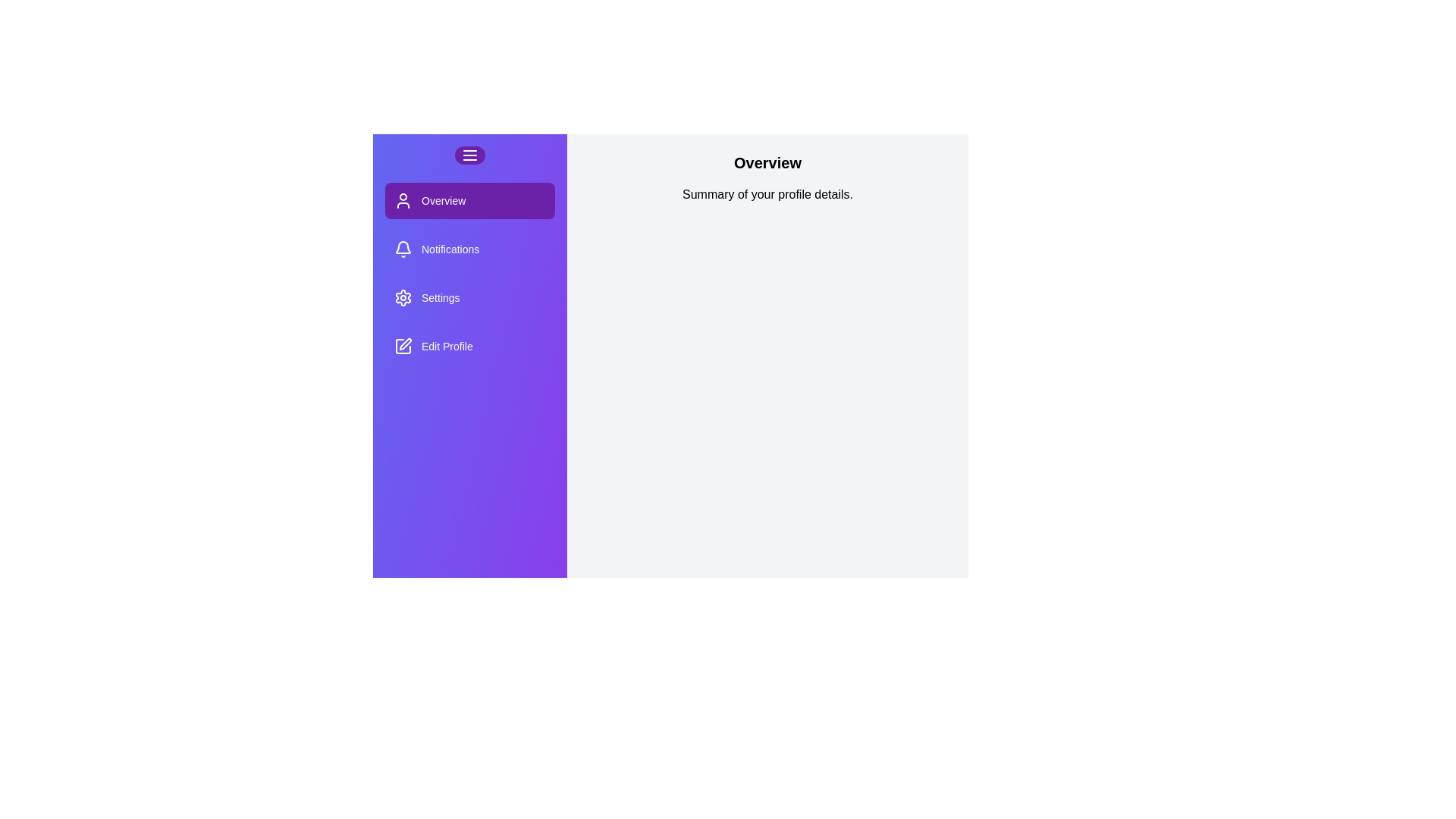 The image size is (1456, 819). I want to click on the Overview section from the menu, so click(469, 200).